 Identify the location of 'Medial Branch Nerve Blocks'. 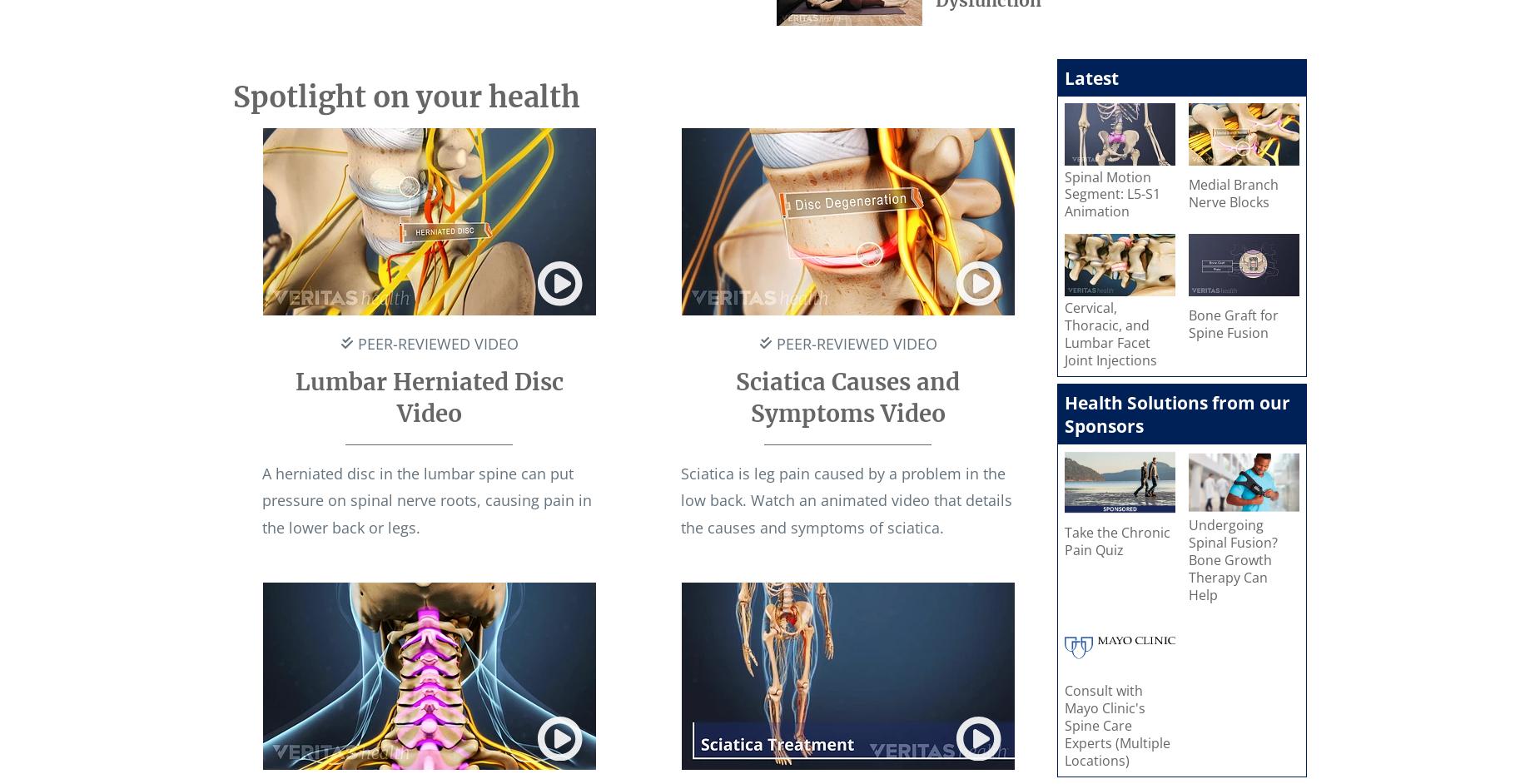
(1234, 192).